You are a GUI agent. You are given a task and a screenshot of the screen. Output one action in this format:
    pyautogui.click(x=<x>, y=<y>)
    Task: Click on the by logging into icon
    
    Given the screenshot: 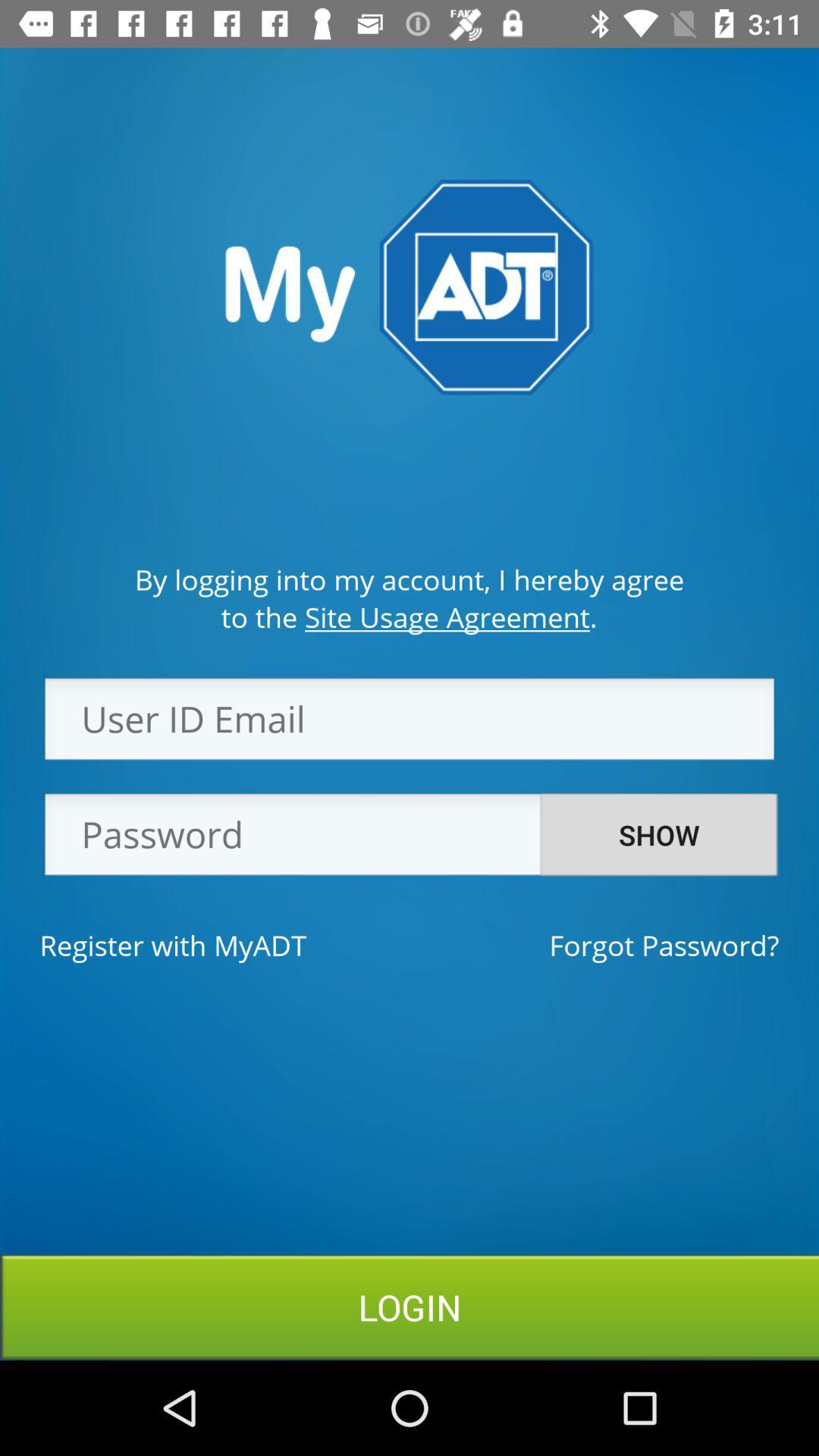 What is the action you would take?
    pyautogui.click(x=409, y=579)
    